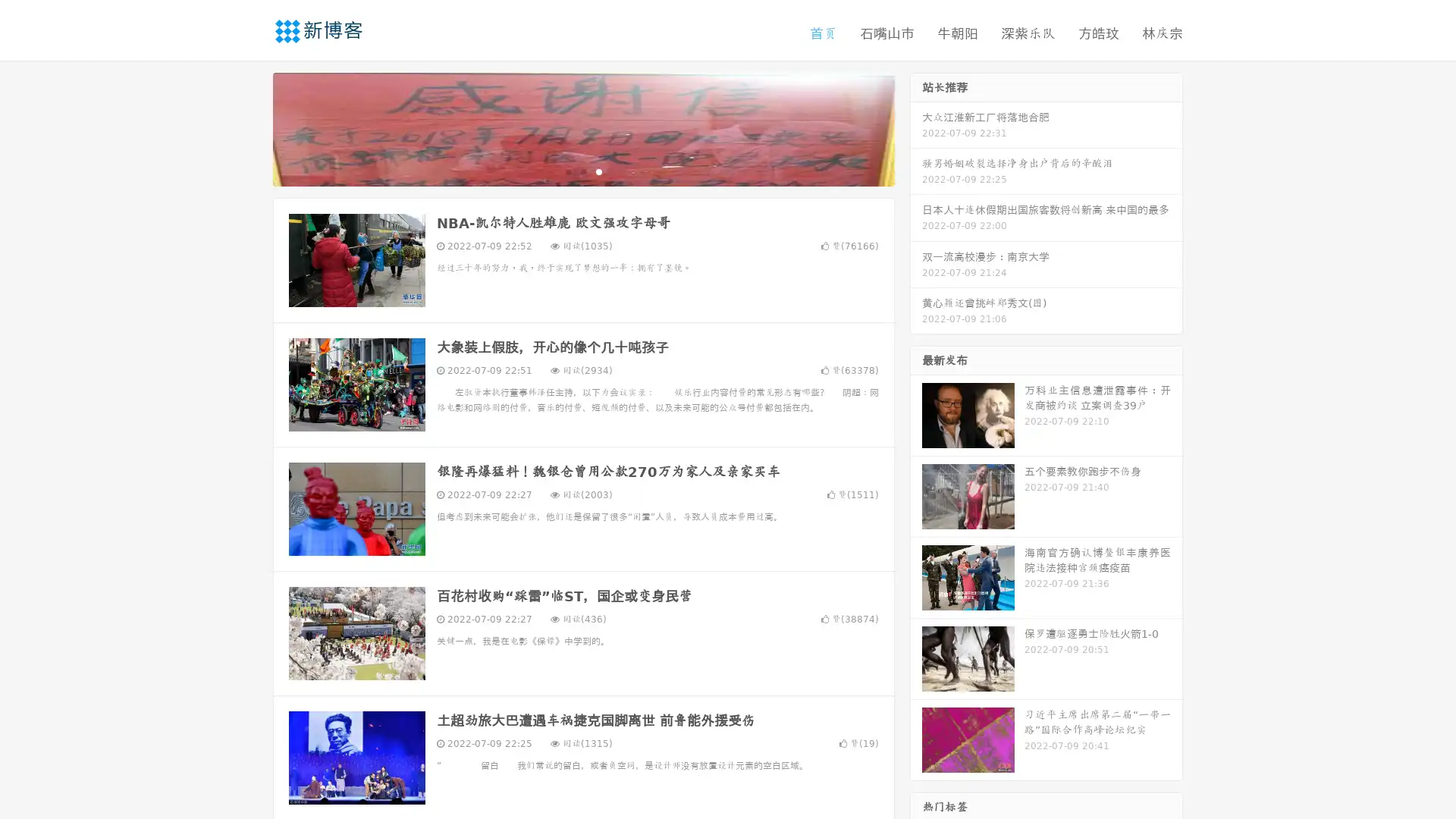 The image size is (1456, 819). I want to click on Go to slide 3, so click(598, 171).